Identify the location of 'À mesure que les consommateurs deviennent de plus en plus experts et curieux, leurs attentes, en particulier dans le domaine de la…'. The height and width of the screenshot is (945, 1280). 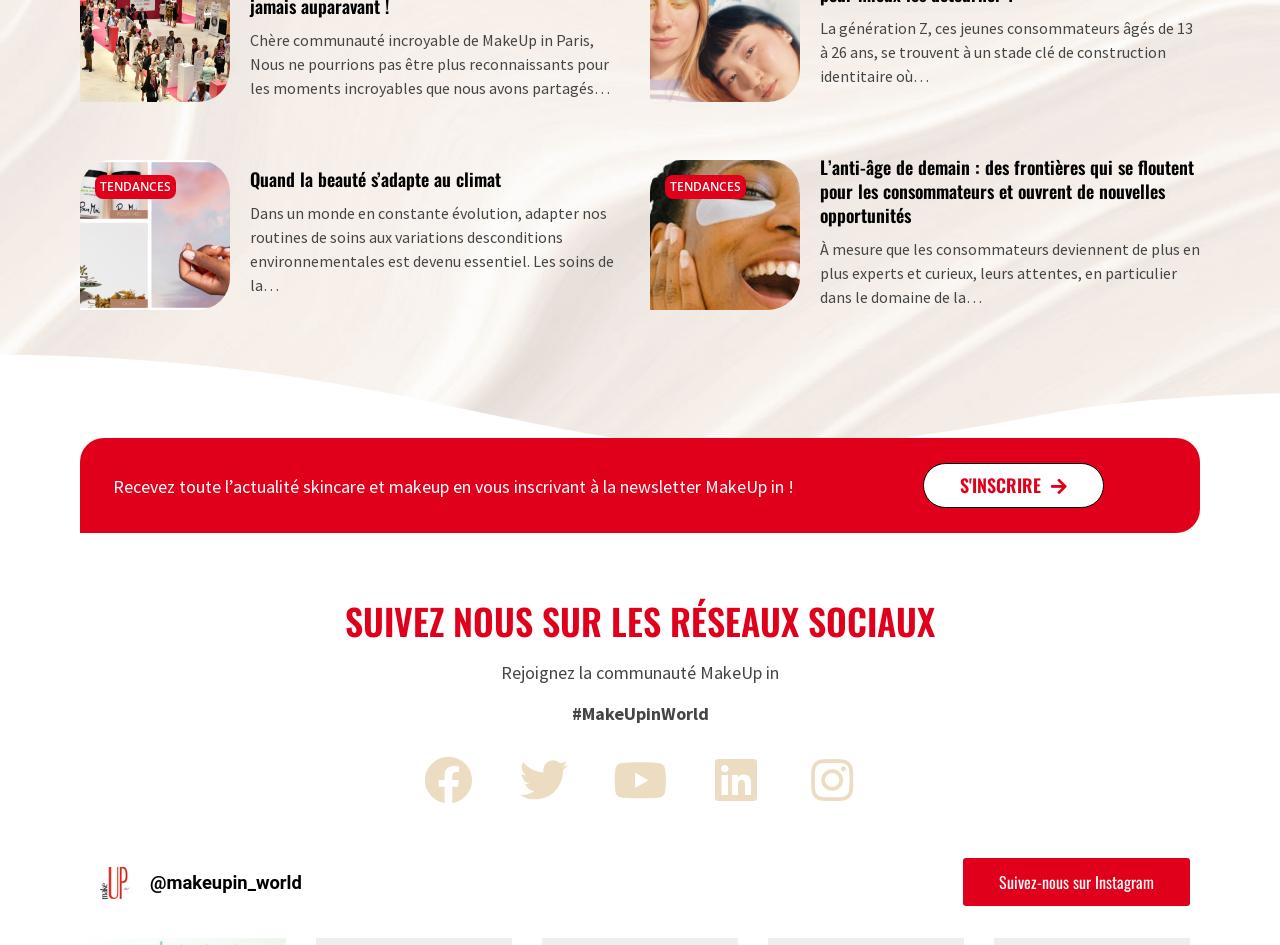
(1010, 271).